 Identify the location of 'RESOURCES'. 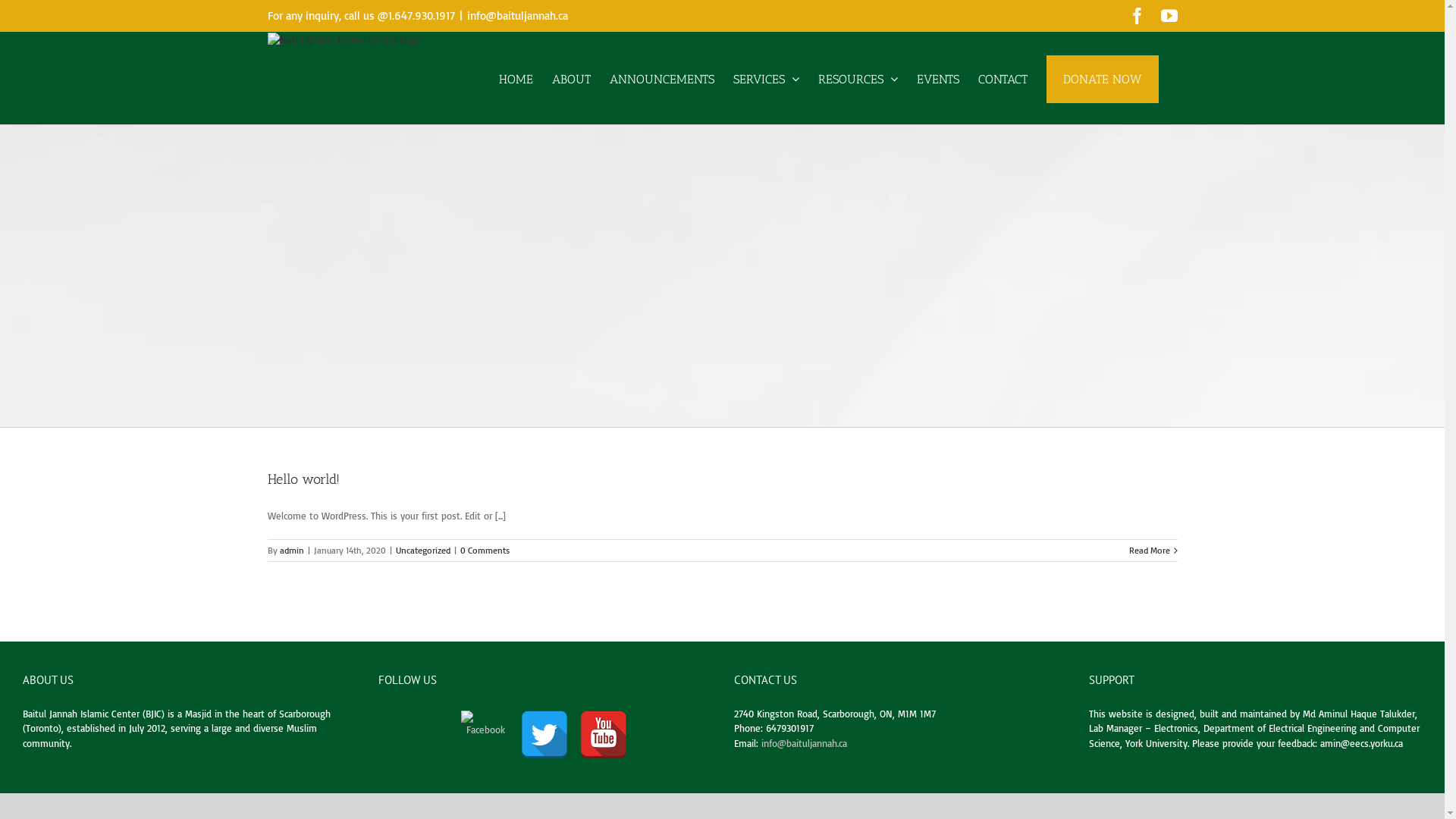
(857, 78).